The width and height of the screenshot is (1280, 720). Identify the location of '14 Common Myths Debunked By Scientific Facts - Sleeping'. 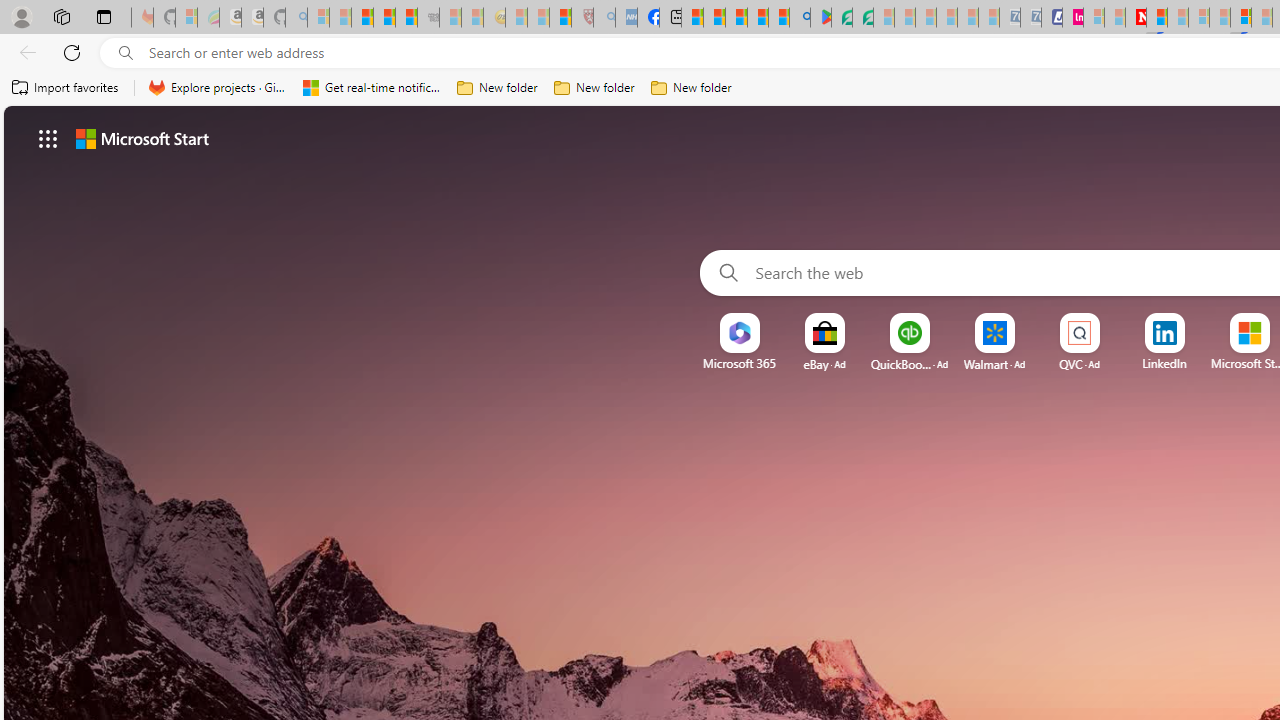
(1177, 17).